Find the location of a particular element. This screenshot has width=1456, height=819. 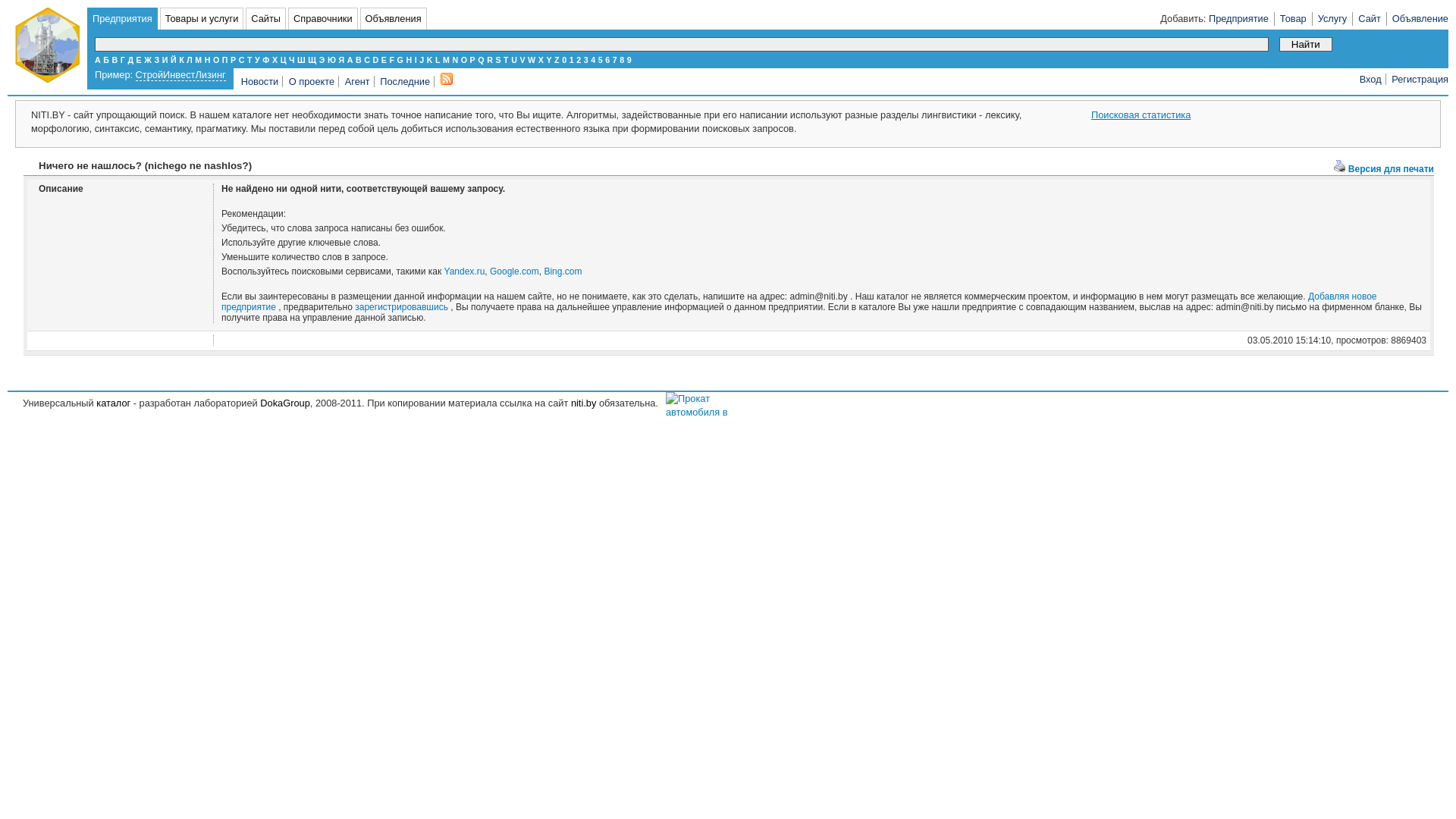

'0' is located at coordinates (563, 58).